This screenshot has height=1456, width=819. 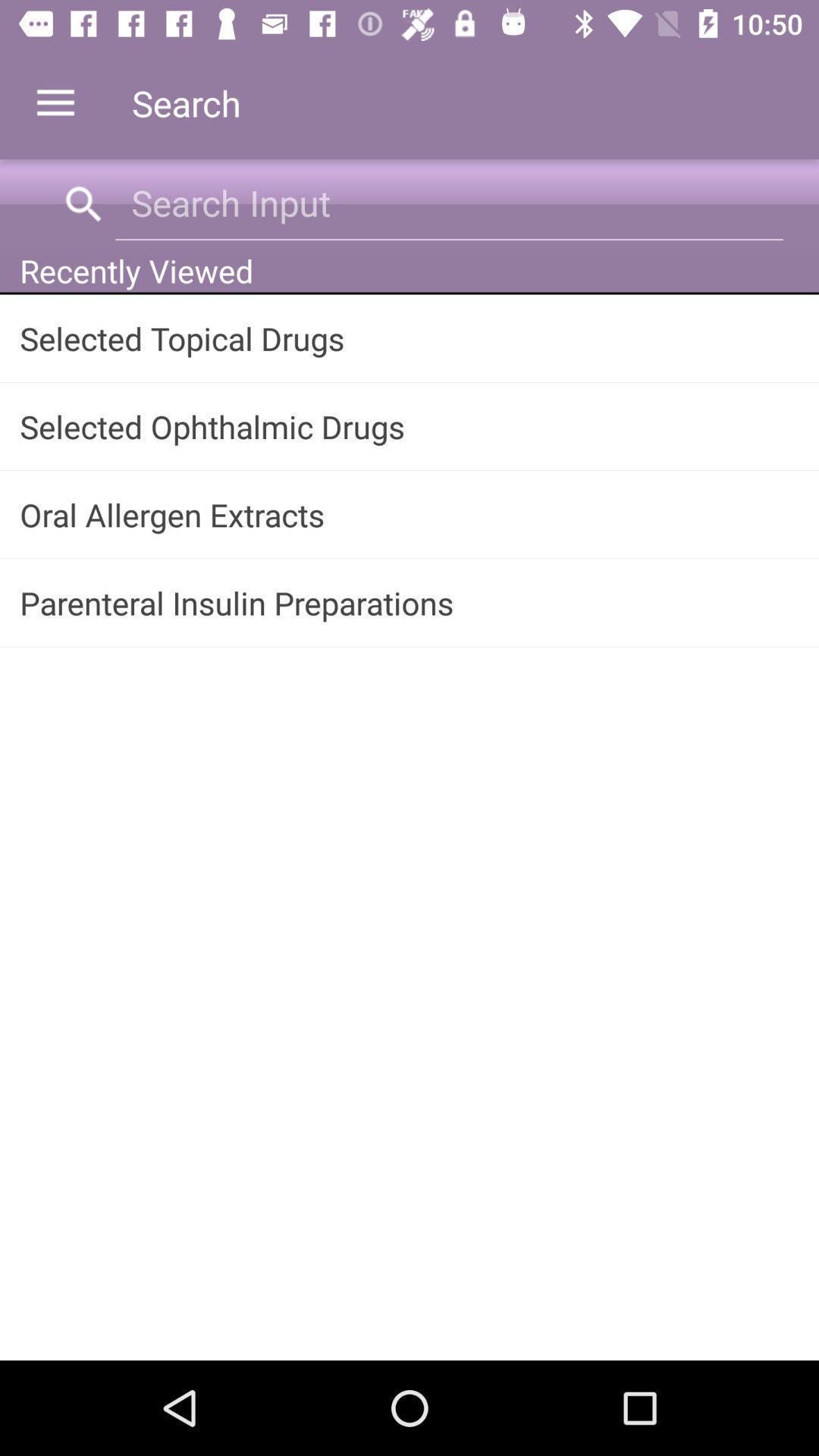 What do you see at coordinates (448, 202) in the screenshot?
I see `search input` at bounding box center [448, 202].